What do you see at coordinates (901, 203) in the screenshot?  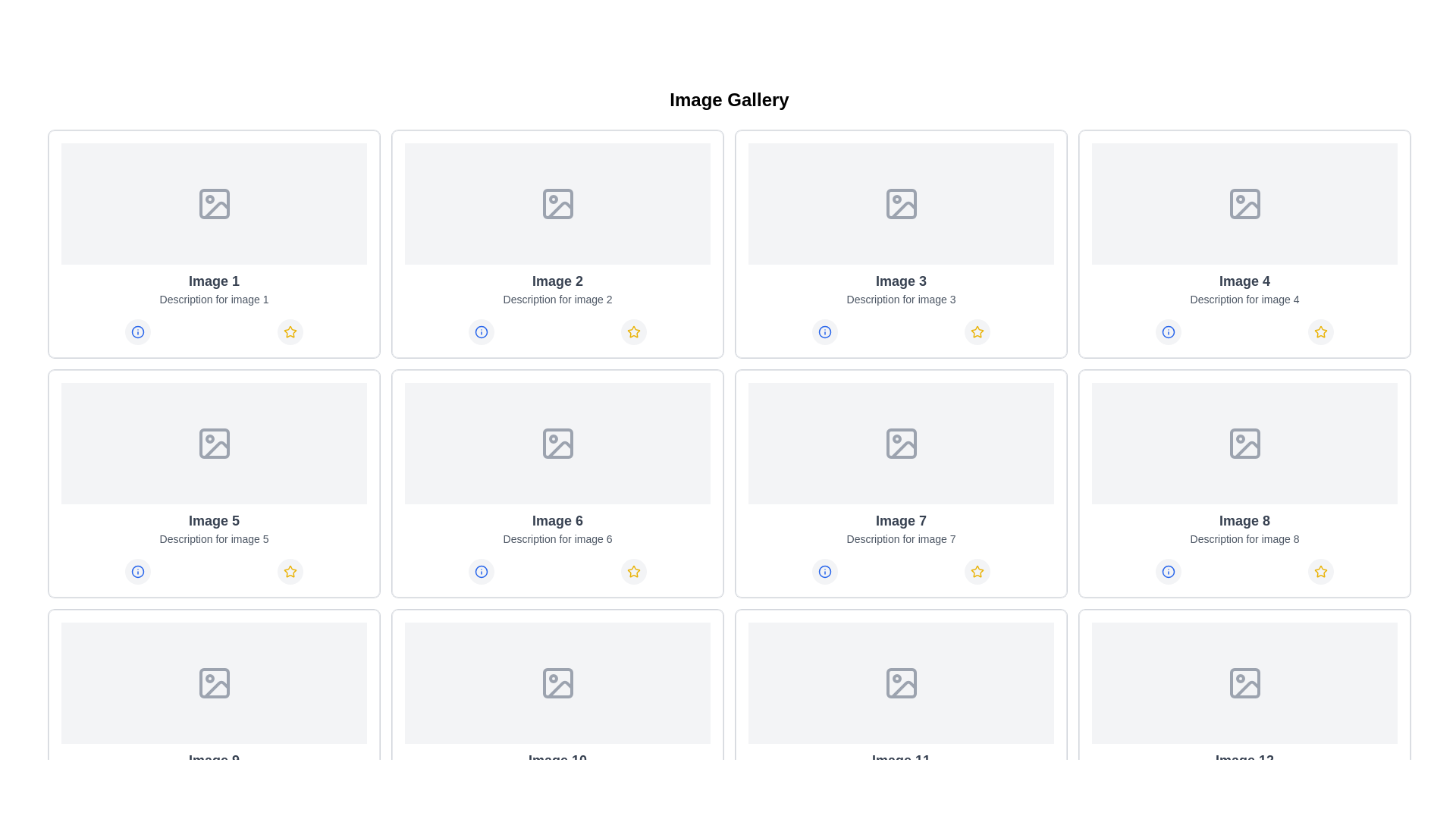 I see `the image placeholder located in the third card of the first row, which serves as a placeholder for an image` at bounding box center [901, 203].